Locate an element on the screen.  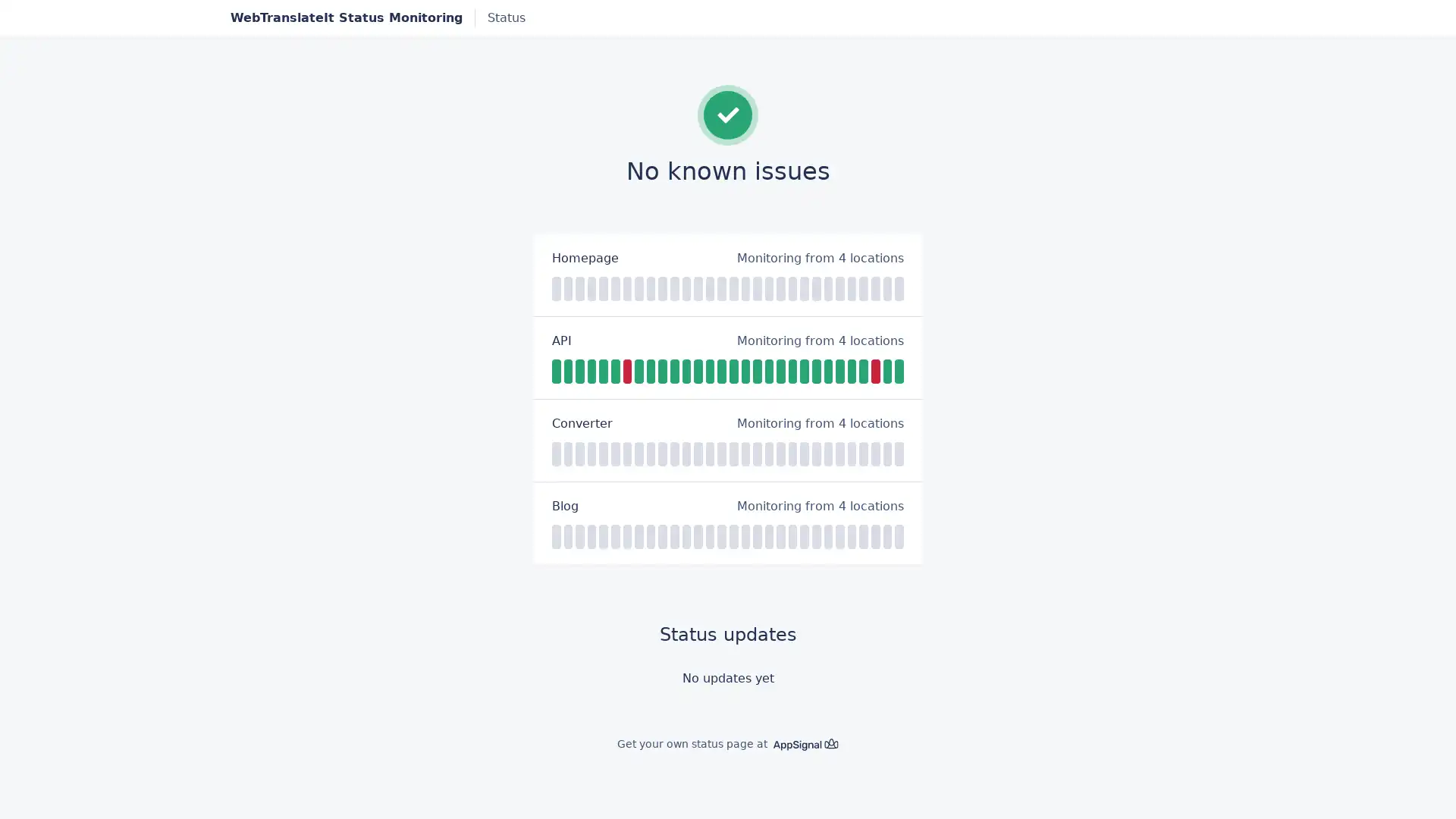
Blog is located at coordinates (564, 506).